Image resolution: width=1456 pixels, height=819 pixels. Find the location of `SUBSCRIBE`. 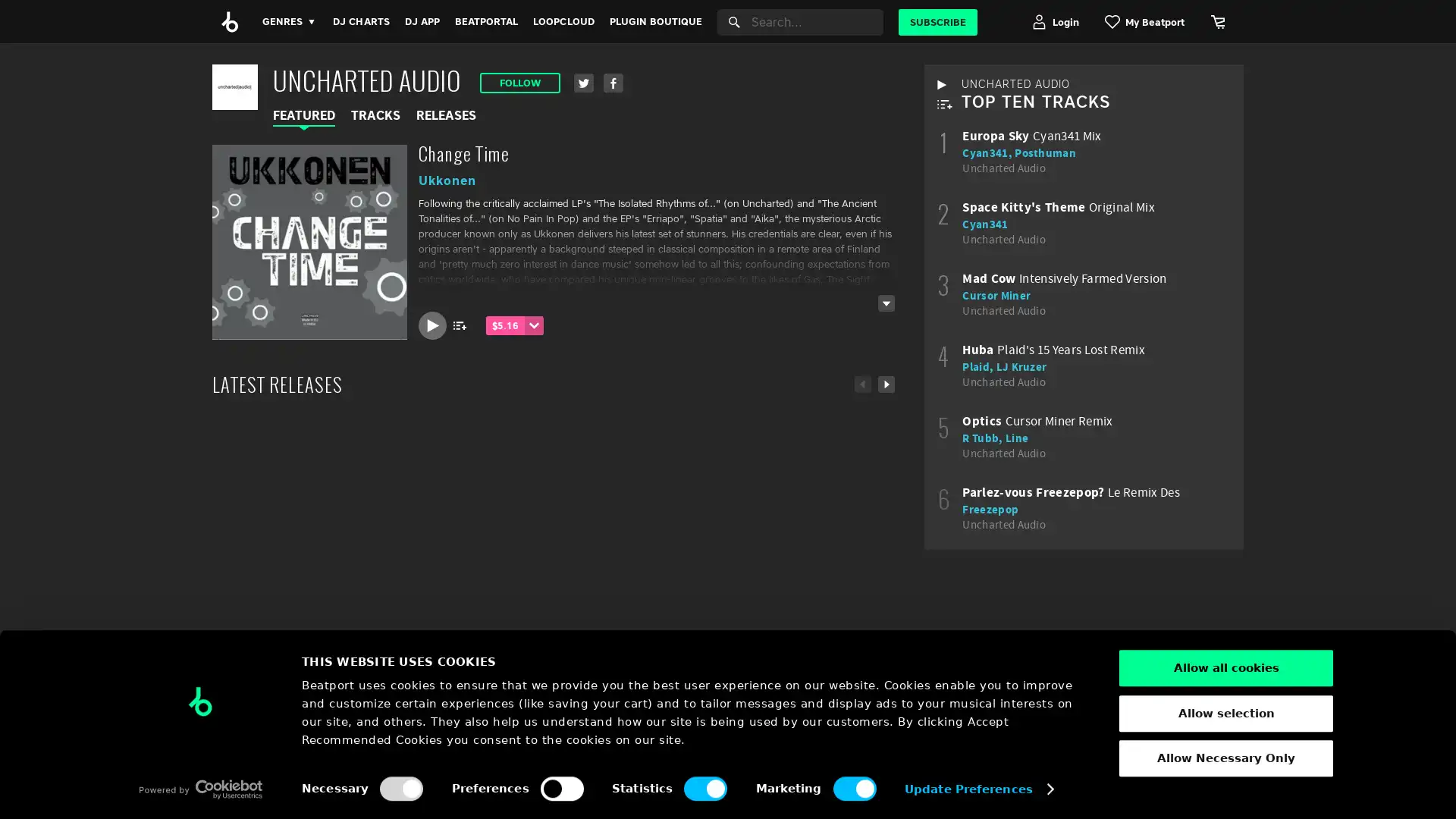

SUBSCRIBE is located at coordinates (937, 21).